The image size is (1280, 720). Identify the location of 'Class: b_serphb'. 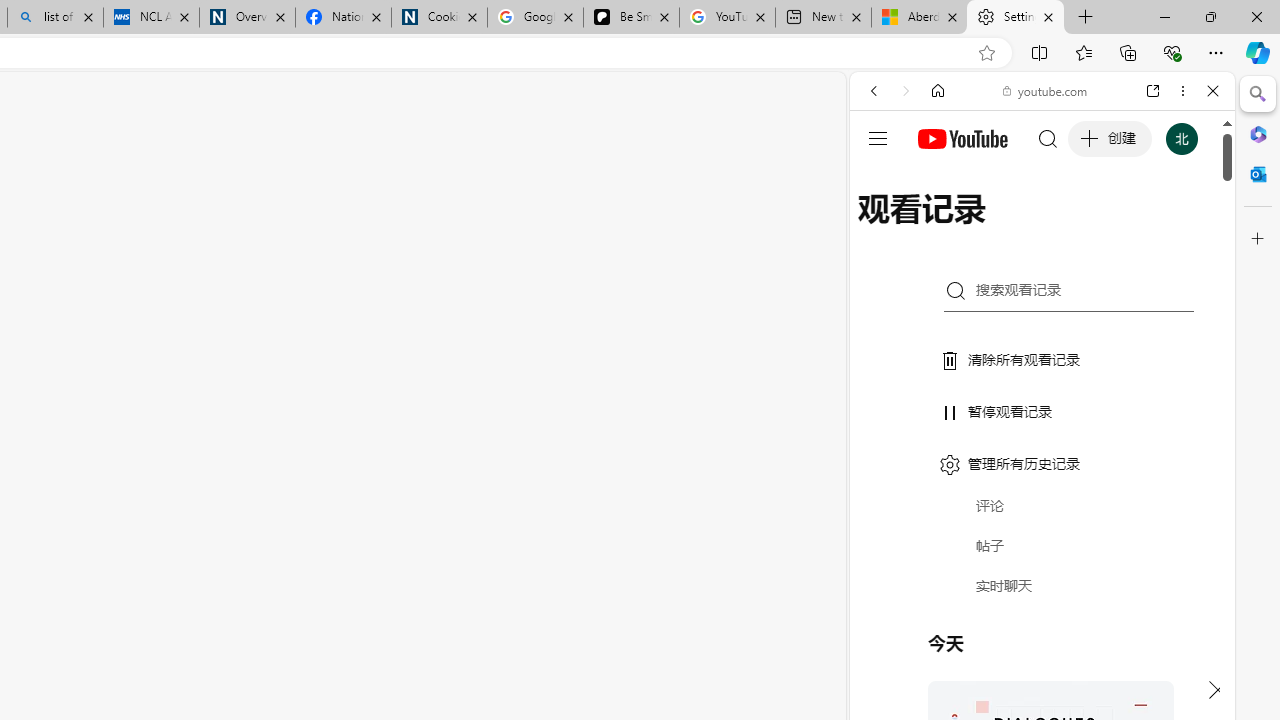
(1190, 229).